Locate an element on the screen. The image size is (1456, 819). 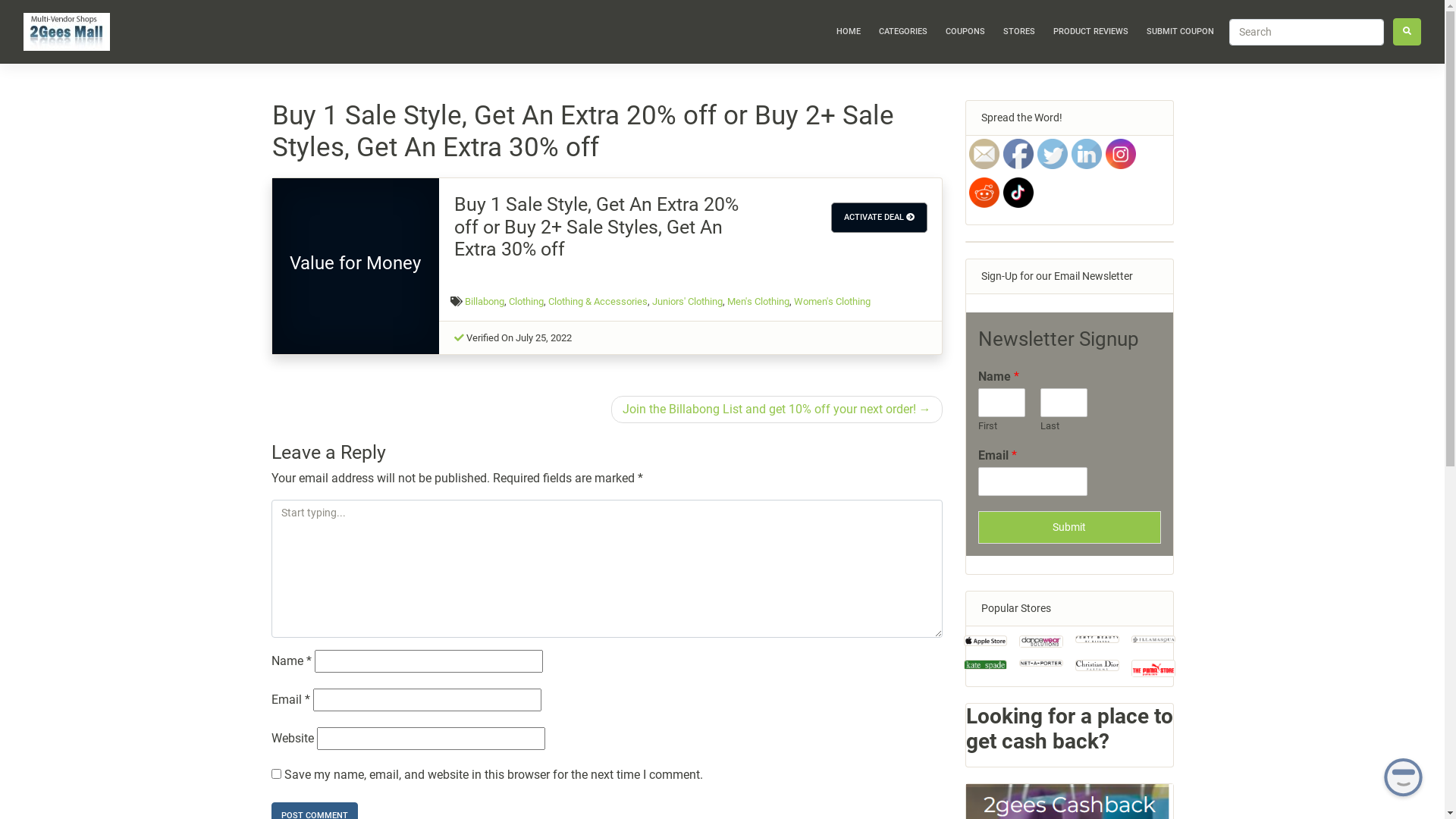
'Follow by Email' is located at coordinates (968, 154).